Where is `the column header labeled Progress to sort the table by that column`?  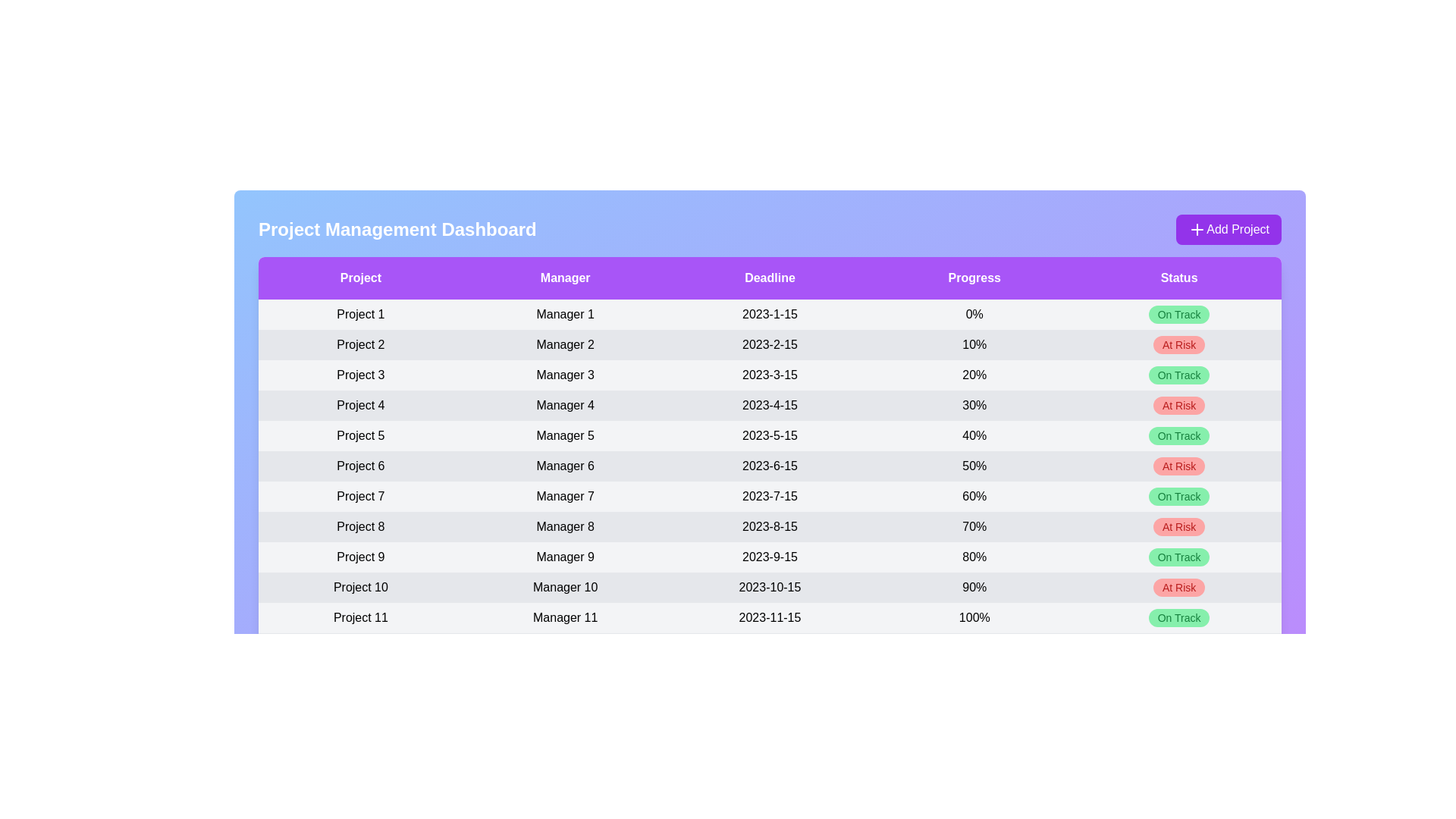
the column header labeled Progress to sort the table by that column is located at coordinates (974, 278).